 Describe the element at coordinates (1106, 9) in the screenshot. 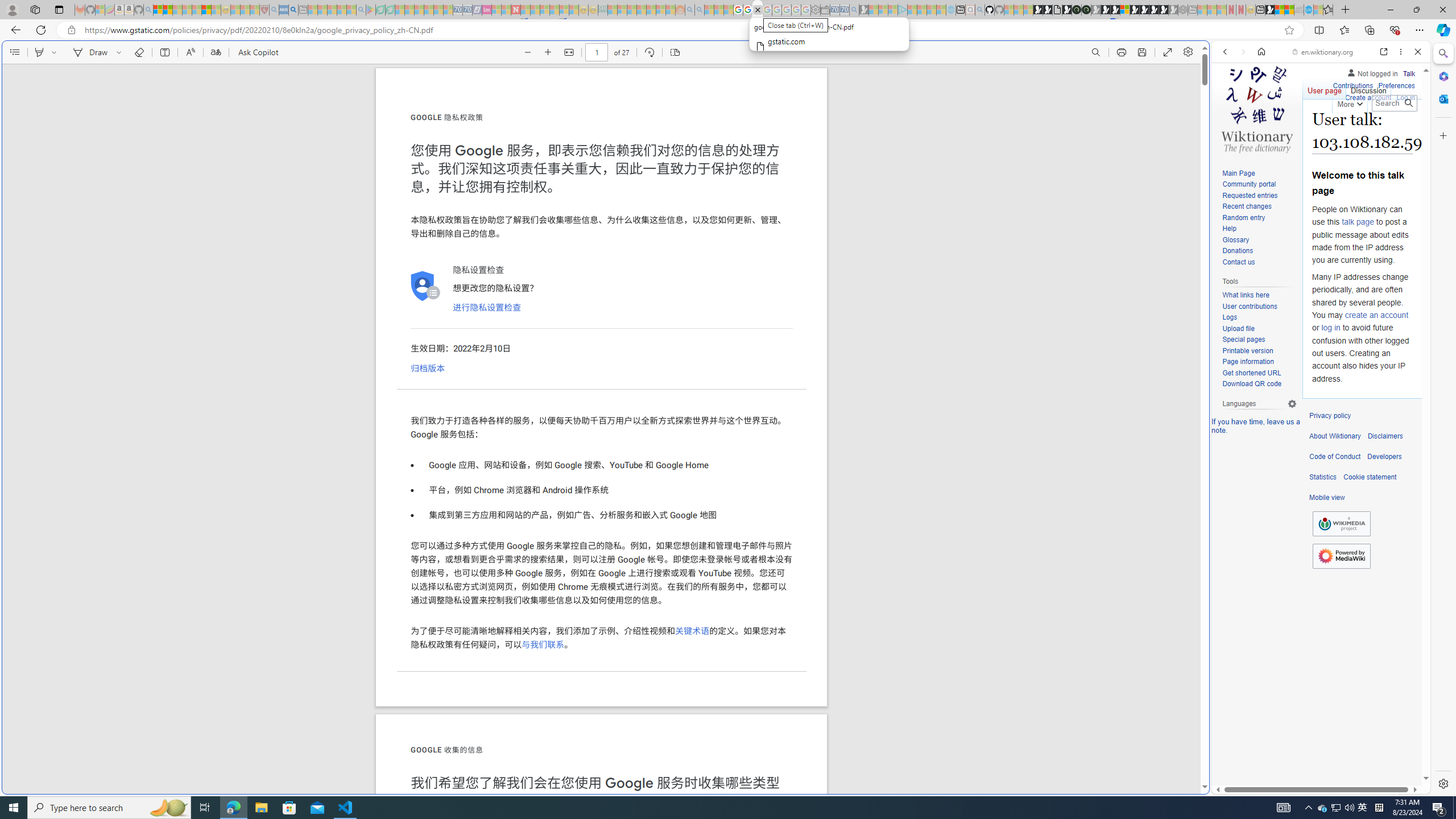

I see `'Play Cave FRVR in your browser | Games from Microsoft Start'` at that location.